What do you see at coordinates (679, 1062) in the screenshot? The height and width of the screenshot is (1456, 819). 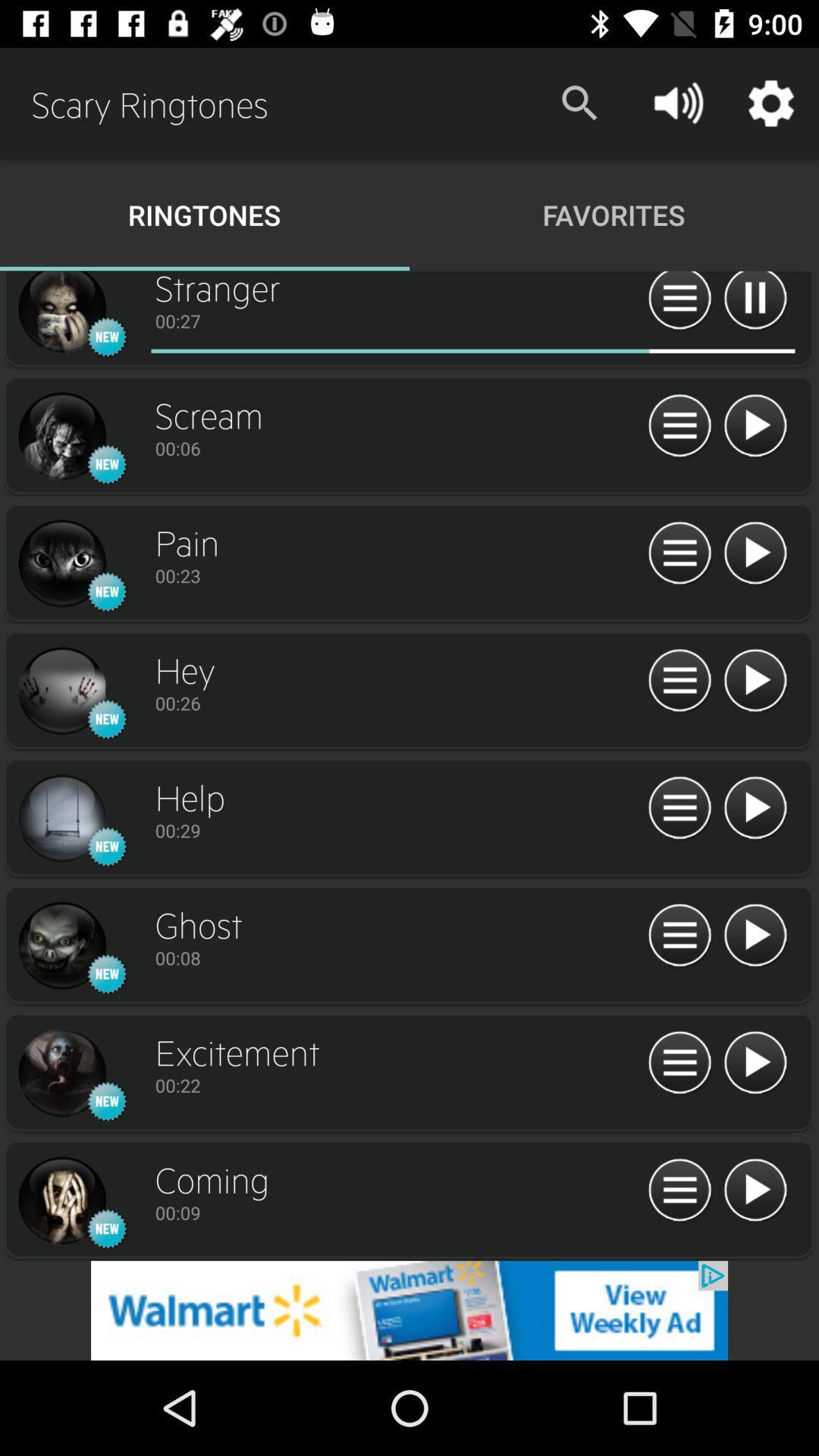 I see `open menu` at bounding box center [679, 1062].